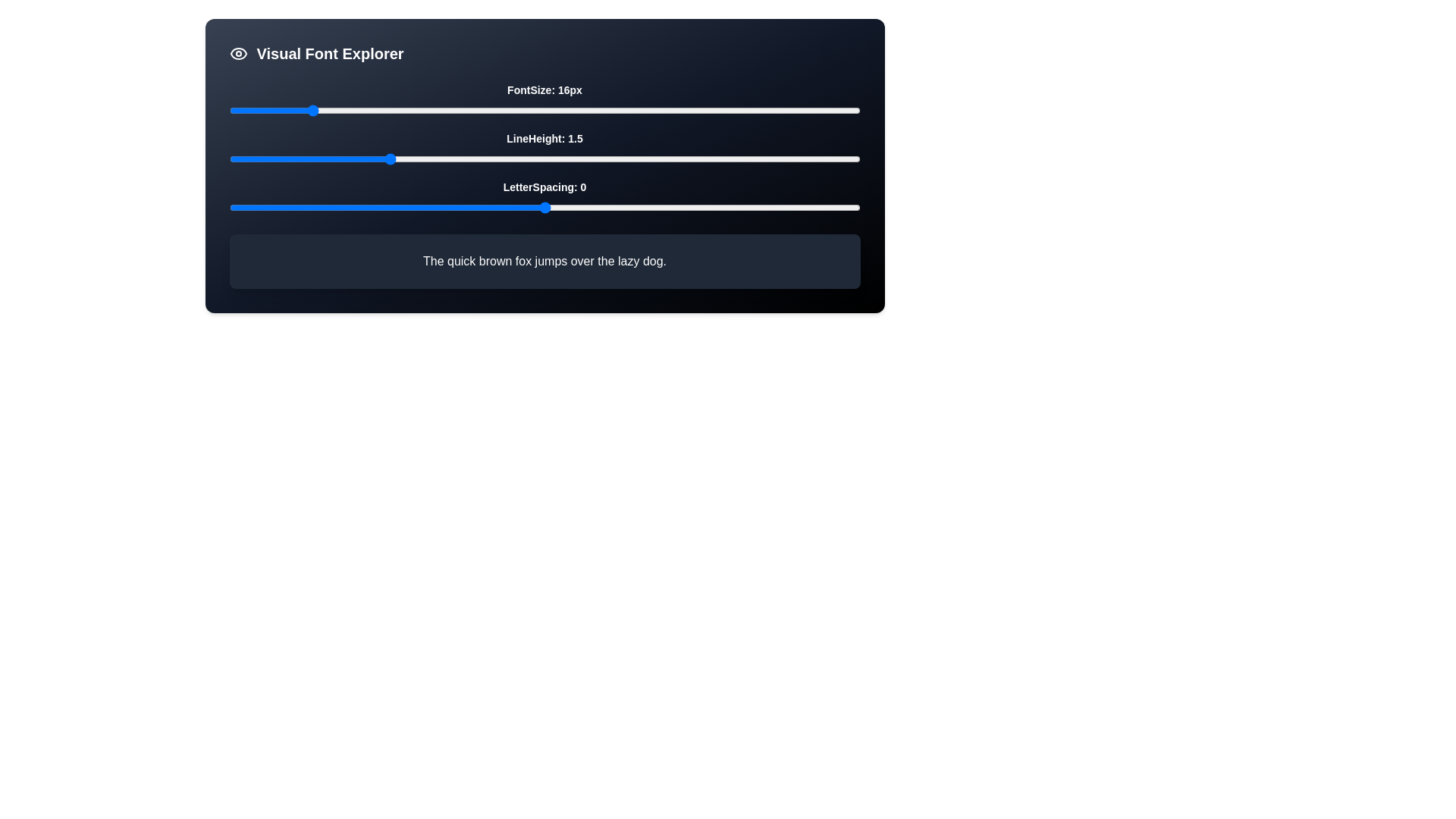  What do you see at coordinates (445, 110) in the screenshot?
I see `the font size slider to 30 pixels` at bounding box center [445, 110].